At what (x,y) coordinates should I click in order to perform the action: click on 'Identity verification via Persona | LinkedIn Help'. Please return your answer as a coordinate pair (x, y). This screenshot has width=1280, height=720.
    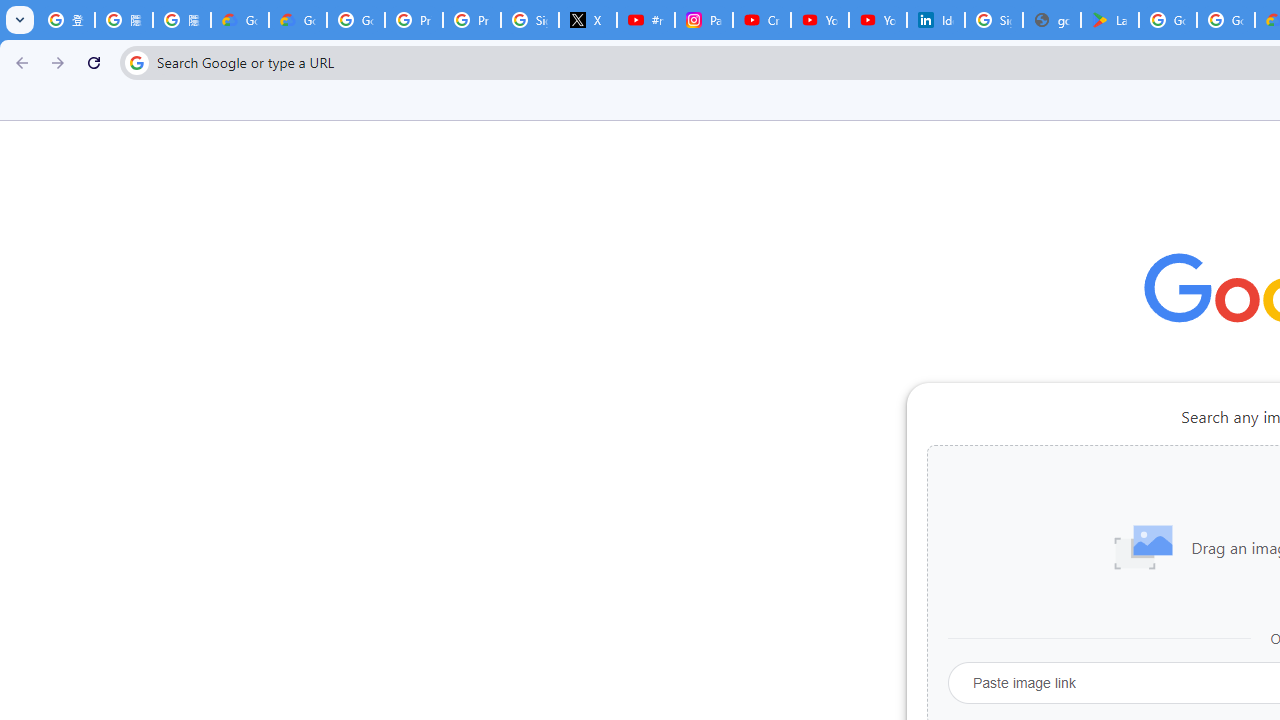
    Looking at the image, I should click on (935, 20).